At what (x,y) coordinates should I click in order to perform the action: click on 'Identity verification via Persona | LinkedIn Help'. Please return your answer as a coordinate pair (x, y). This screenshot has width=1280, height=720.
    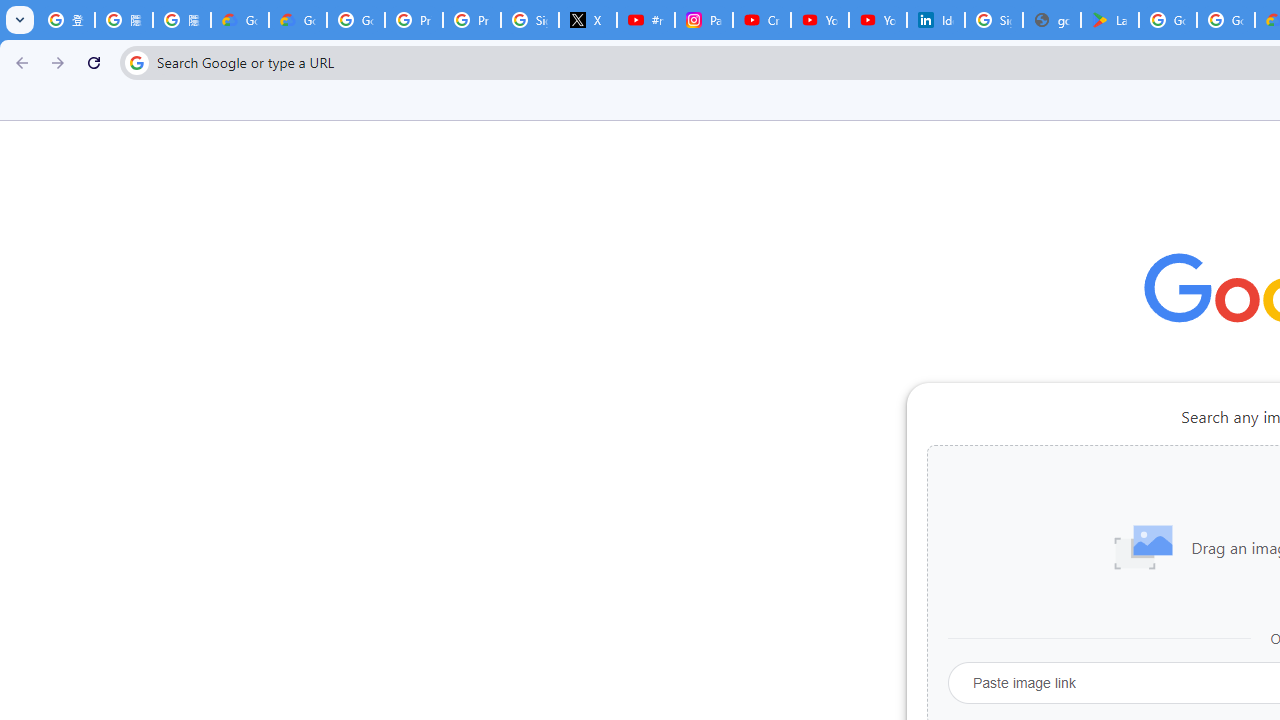
    Looking at the image, I should click on (935, 20).